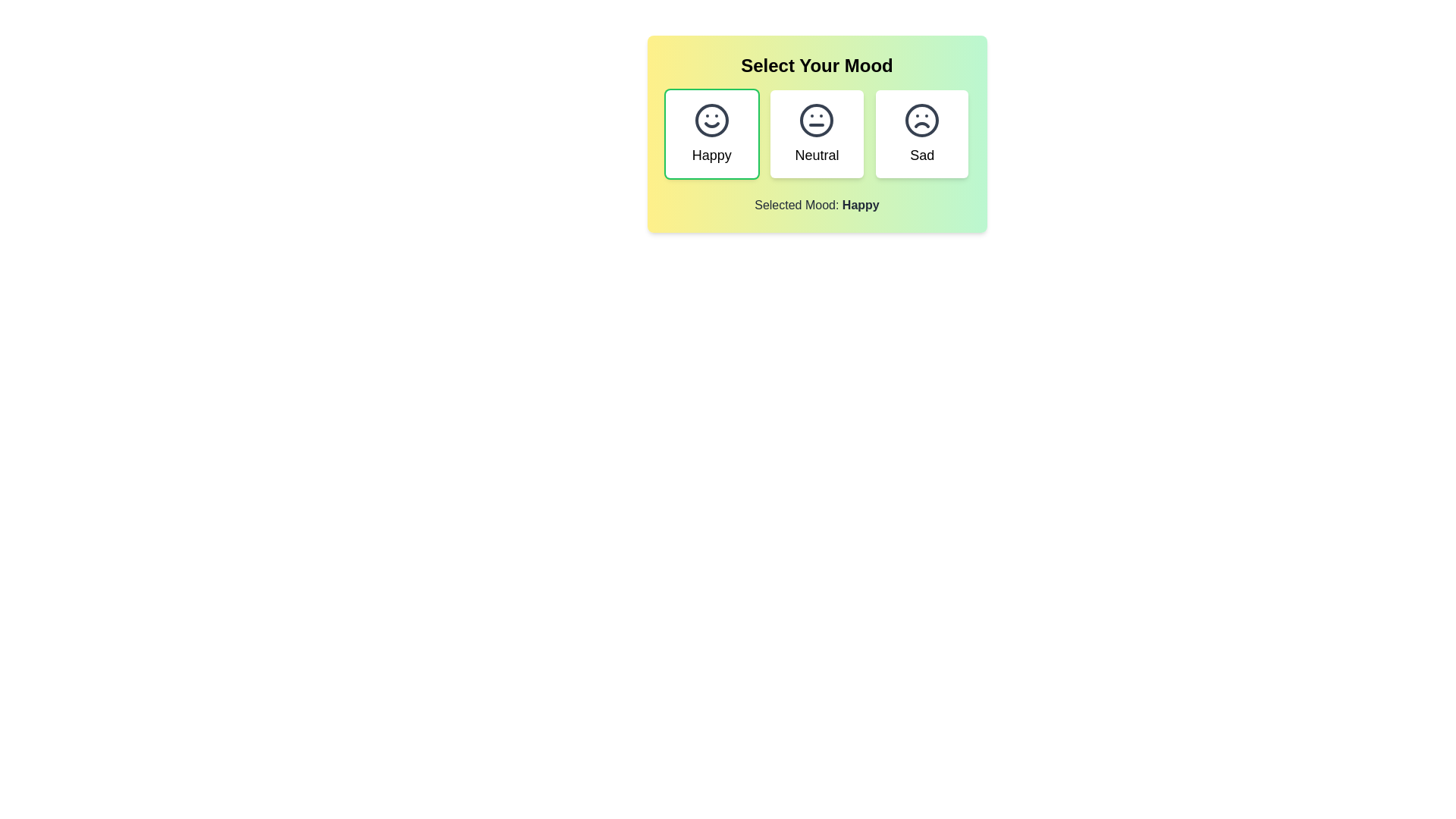 Image resolution: width=1456 pixels, height=819 pixels. What do you see at coordinates (711, 119) in the screenshot?
I see `the decorative circle representing the 'Happy' mood in the 'Select Your Mood' interface` at bounding box center [711, 119].